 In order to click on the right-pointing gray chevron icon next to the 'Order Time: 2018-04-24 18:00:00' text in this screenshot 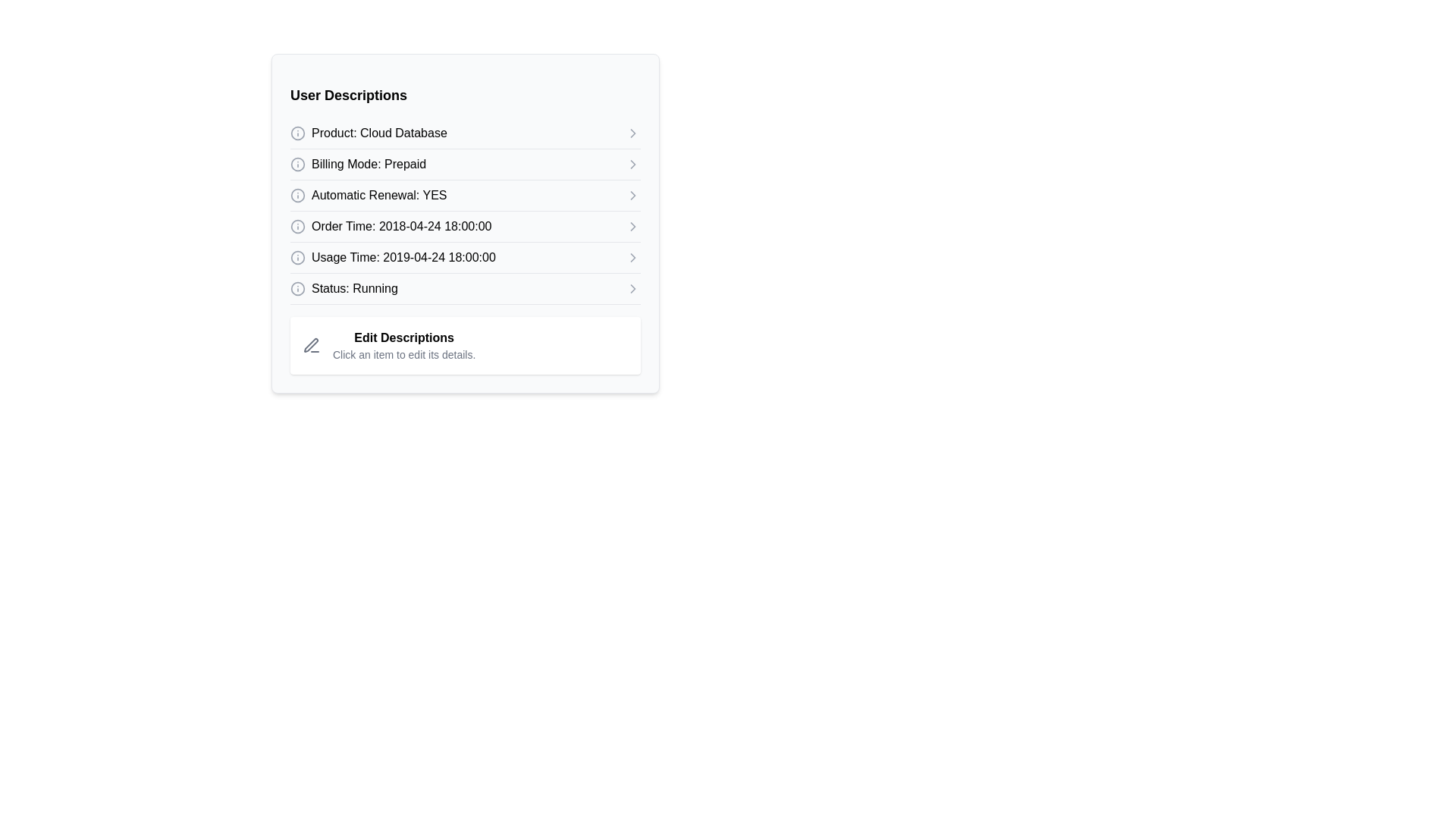, I will do `click(633, 227)`.